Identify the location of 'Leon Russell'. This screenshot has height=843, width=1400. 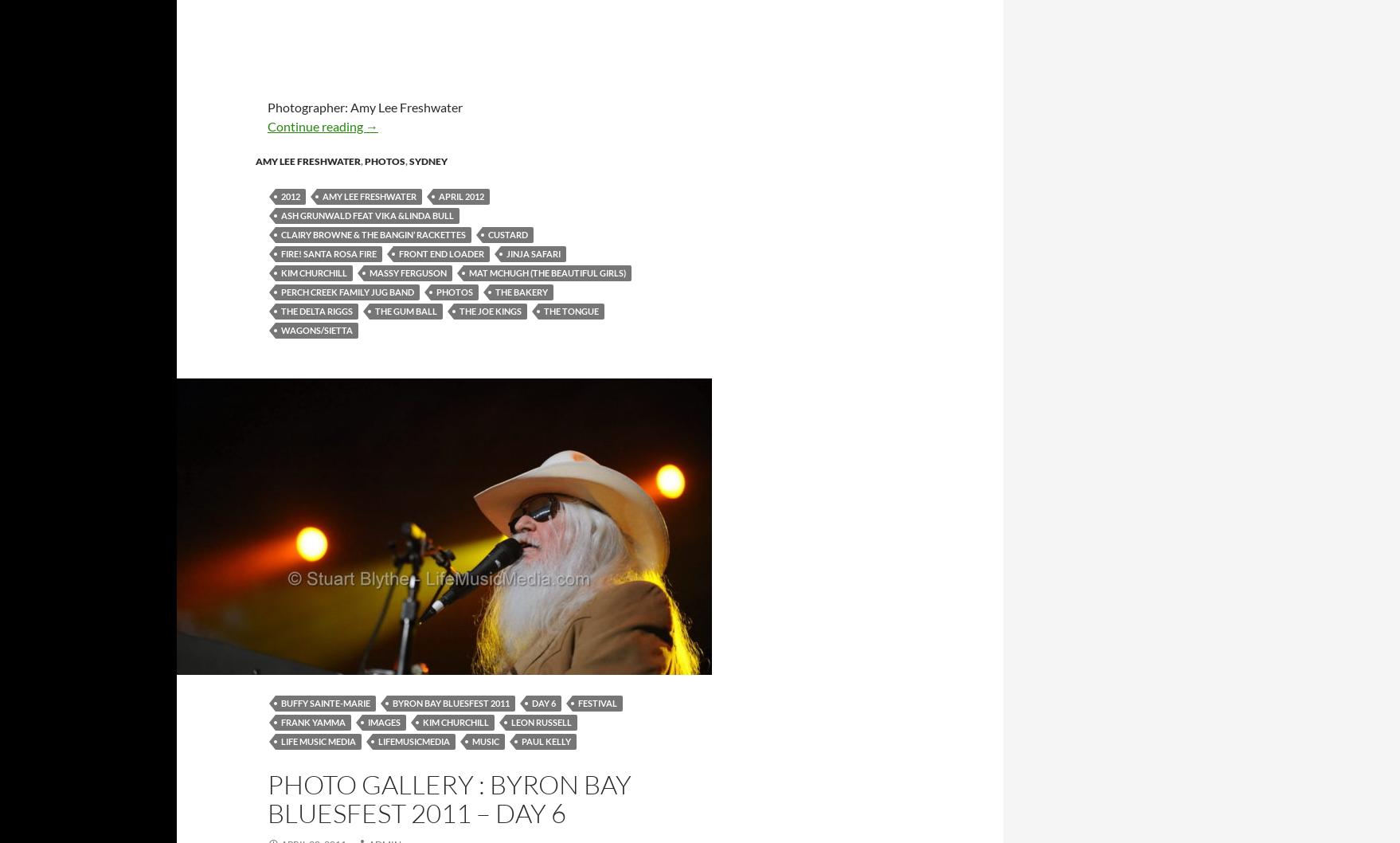
(541, 721).